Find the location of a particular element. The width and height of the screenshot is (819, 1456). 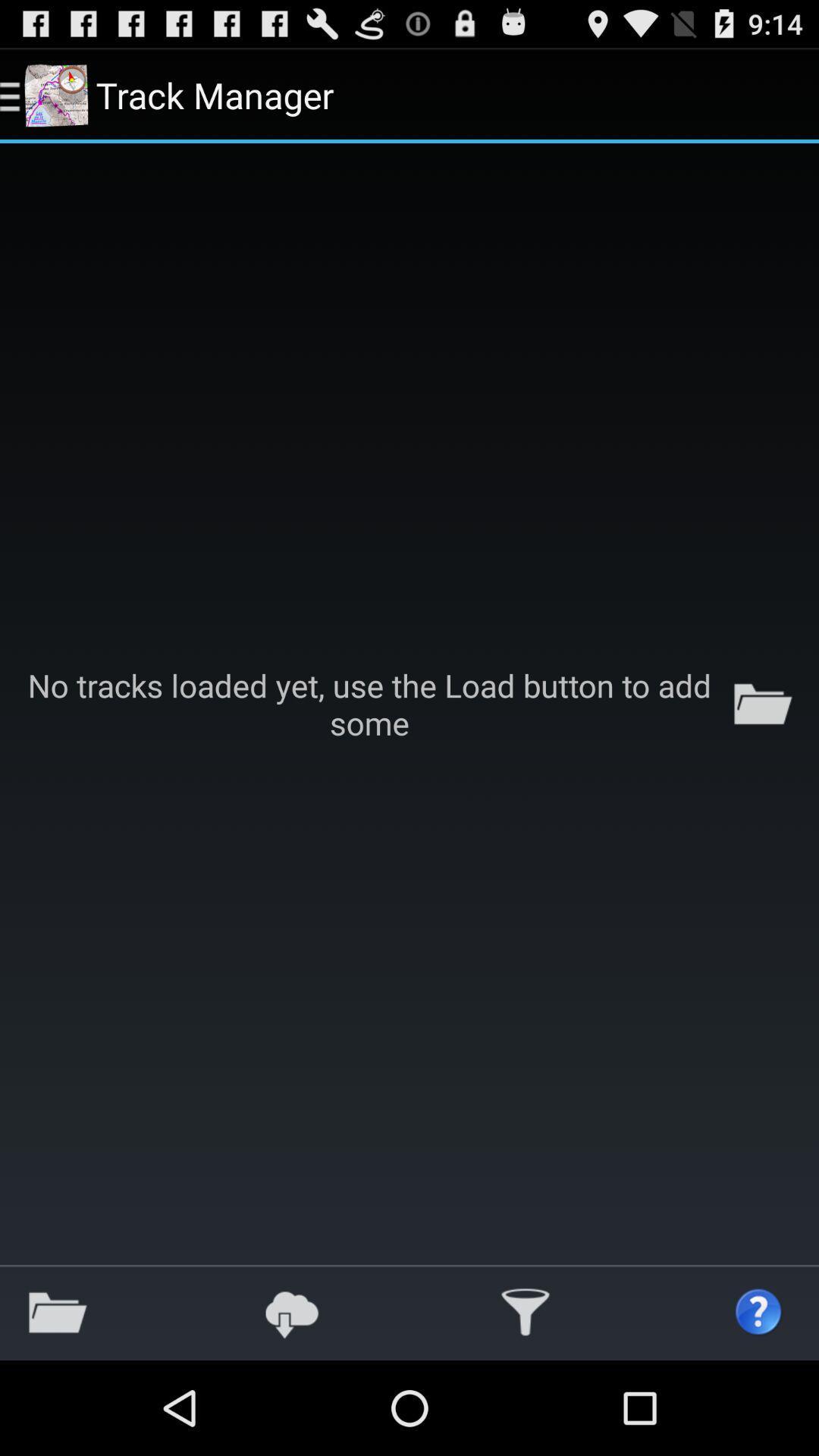

the item at the bottom right corner is located at coordinates (759, 1312).